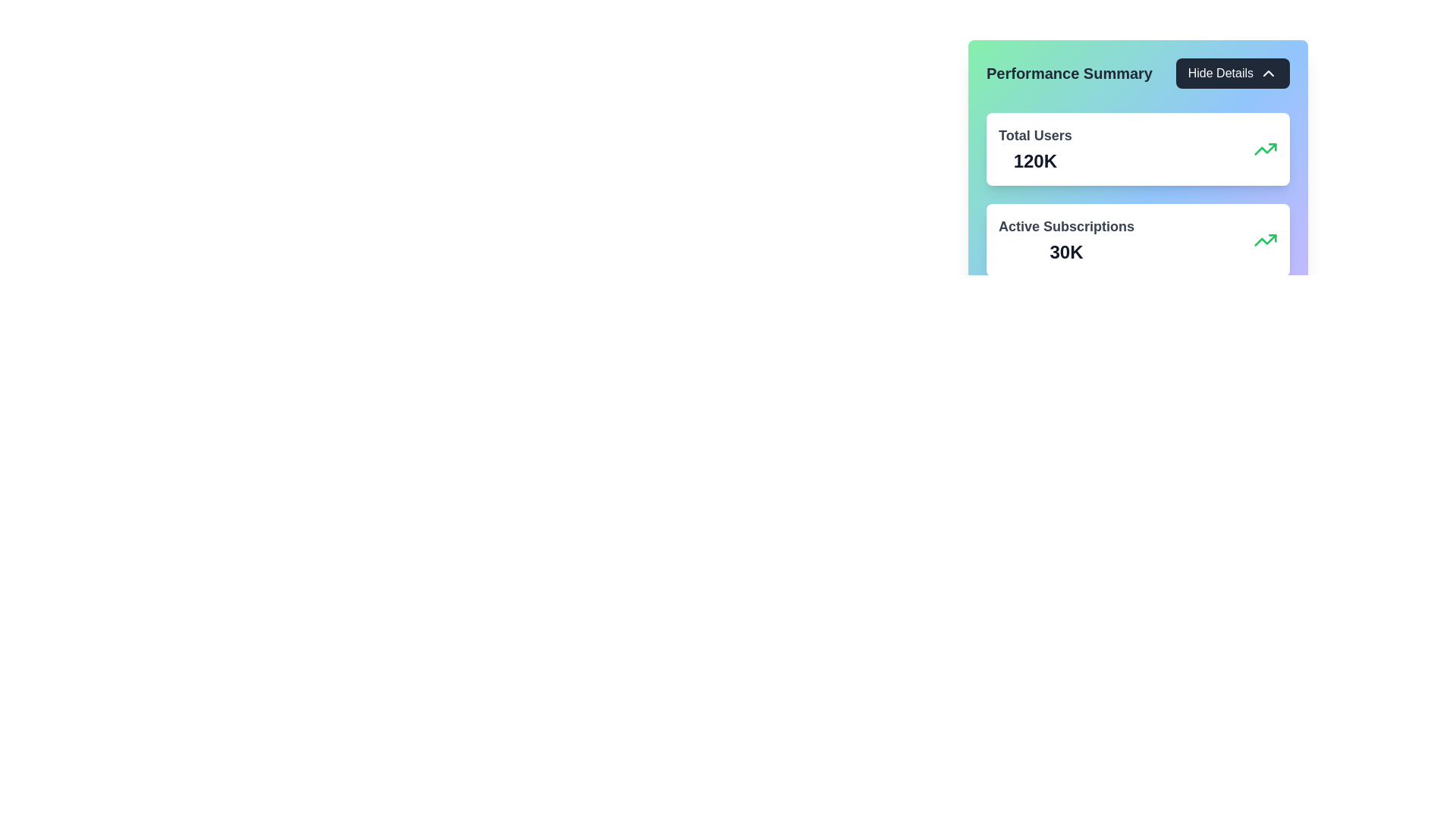 The height and width of the screenshot is (819, 1456). What do you see at coordinates (1065, 251) in the screenshot?
I see `the text element displaying '30K' in a bold, large font, located beneath the 'Active Subscriptions' label in the 'Performance Summary' section` at bounding box center [1065, 251].